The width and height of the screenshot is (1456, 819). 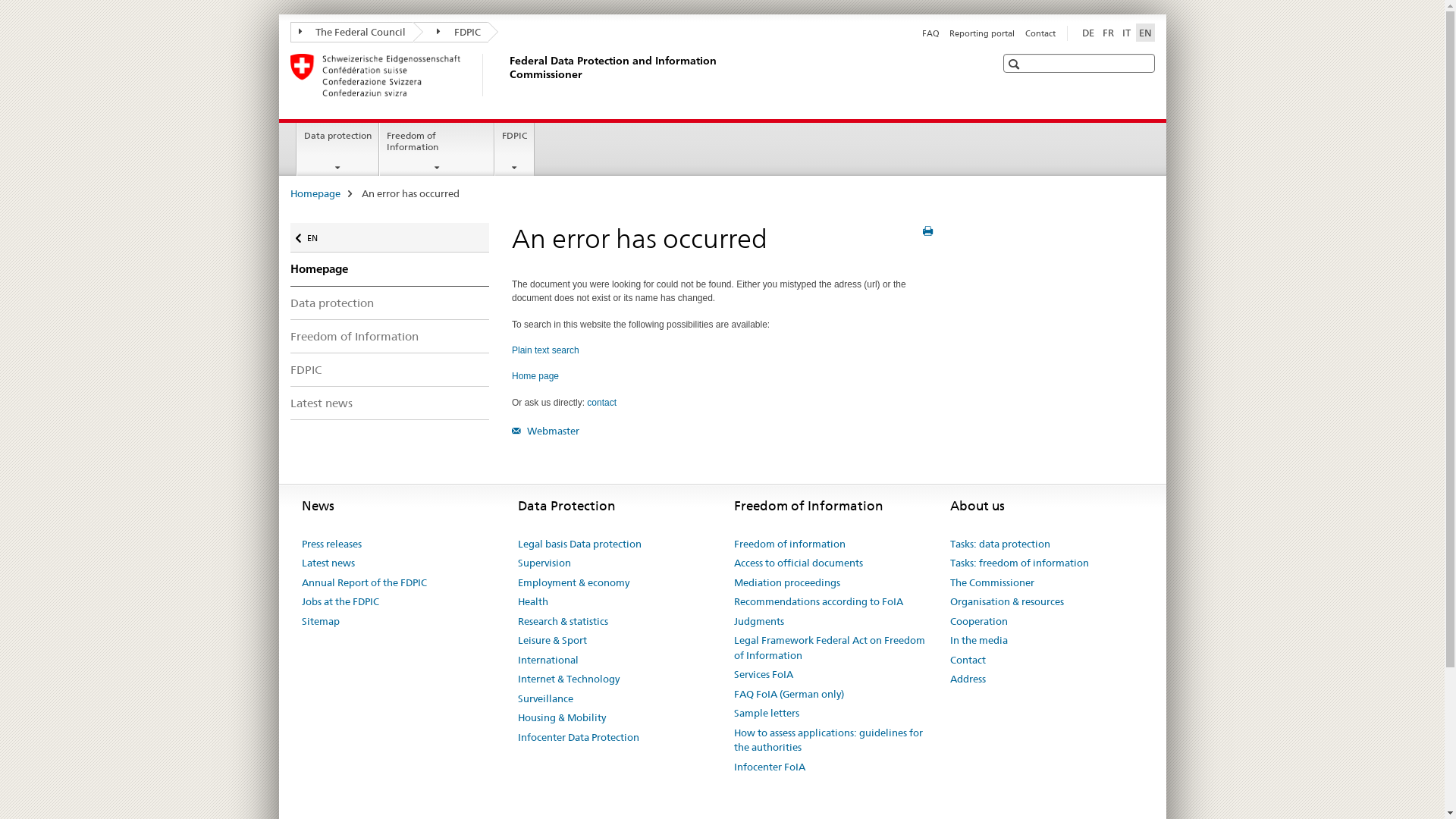 What do you see at coordinates (566, 678) in the screenshot?
I see `'Internet & Technology'` at bounding box center [566, 678].